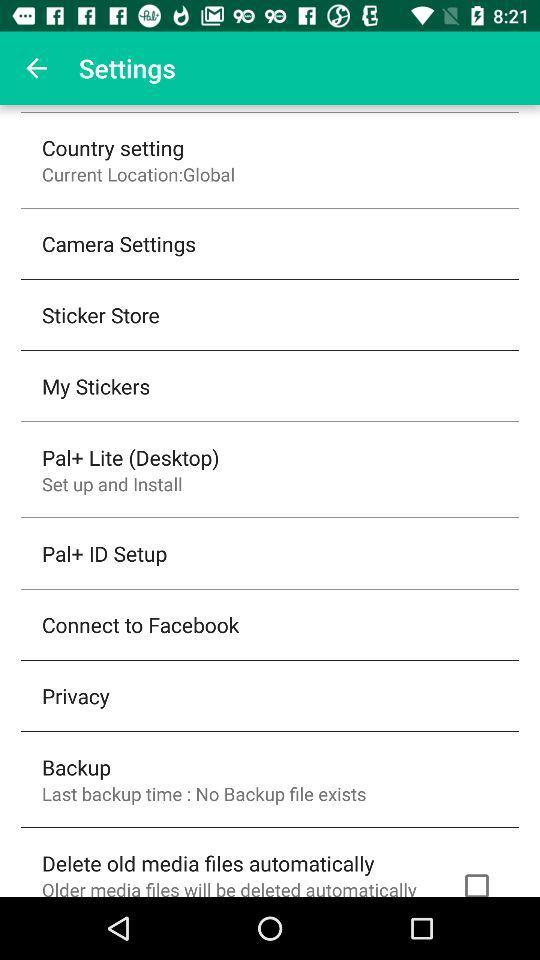 This screenshot has width=540, height=960. Describe the element at coordinates (475, 880) in the screenshot. I see `icon to the right of the older media files` at that location.